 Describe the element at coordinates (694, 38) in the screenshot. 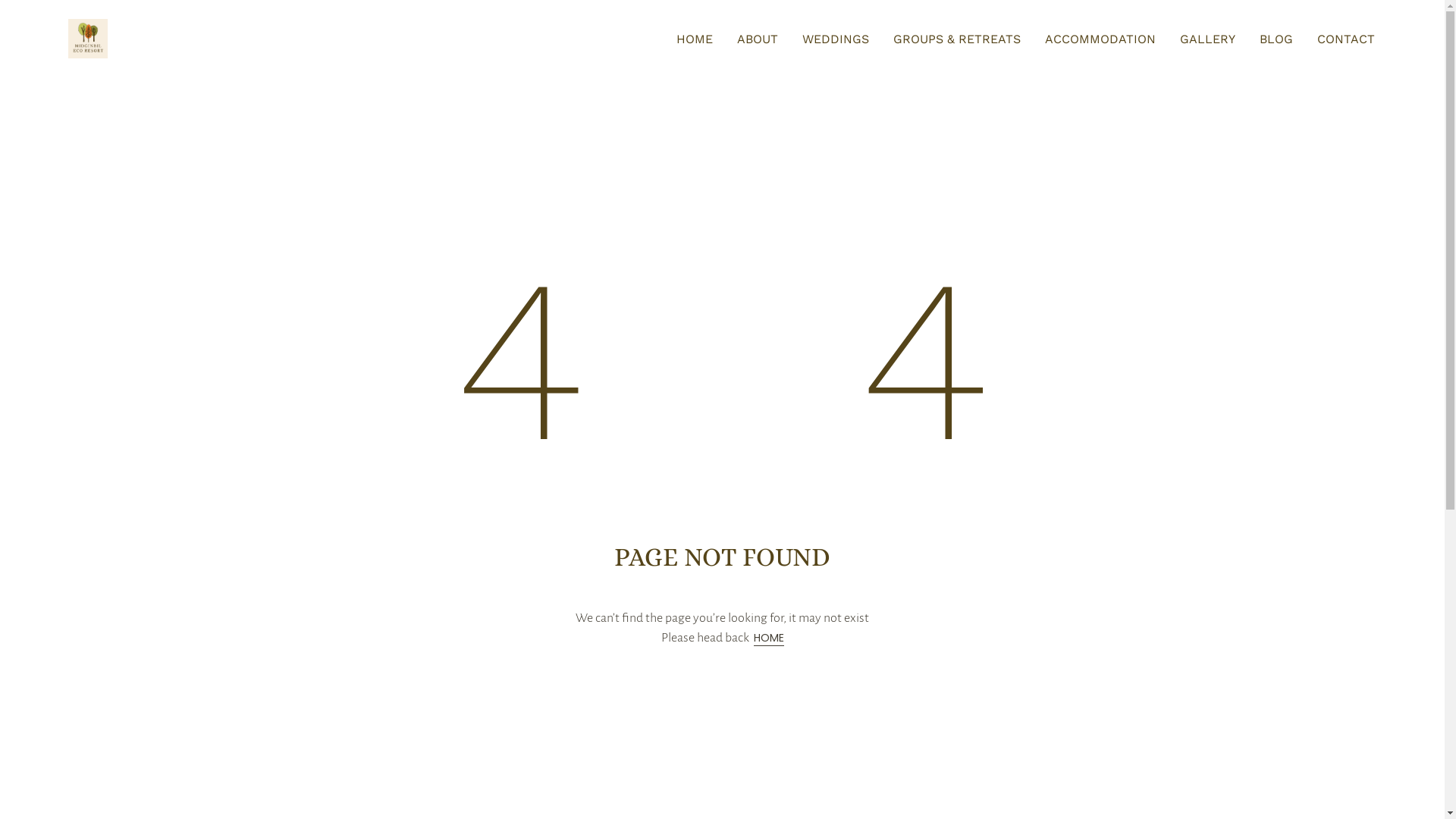

I see `'HOME'` at that location.